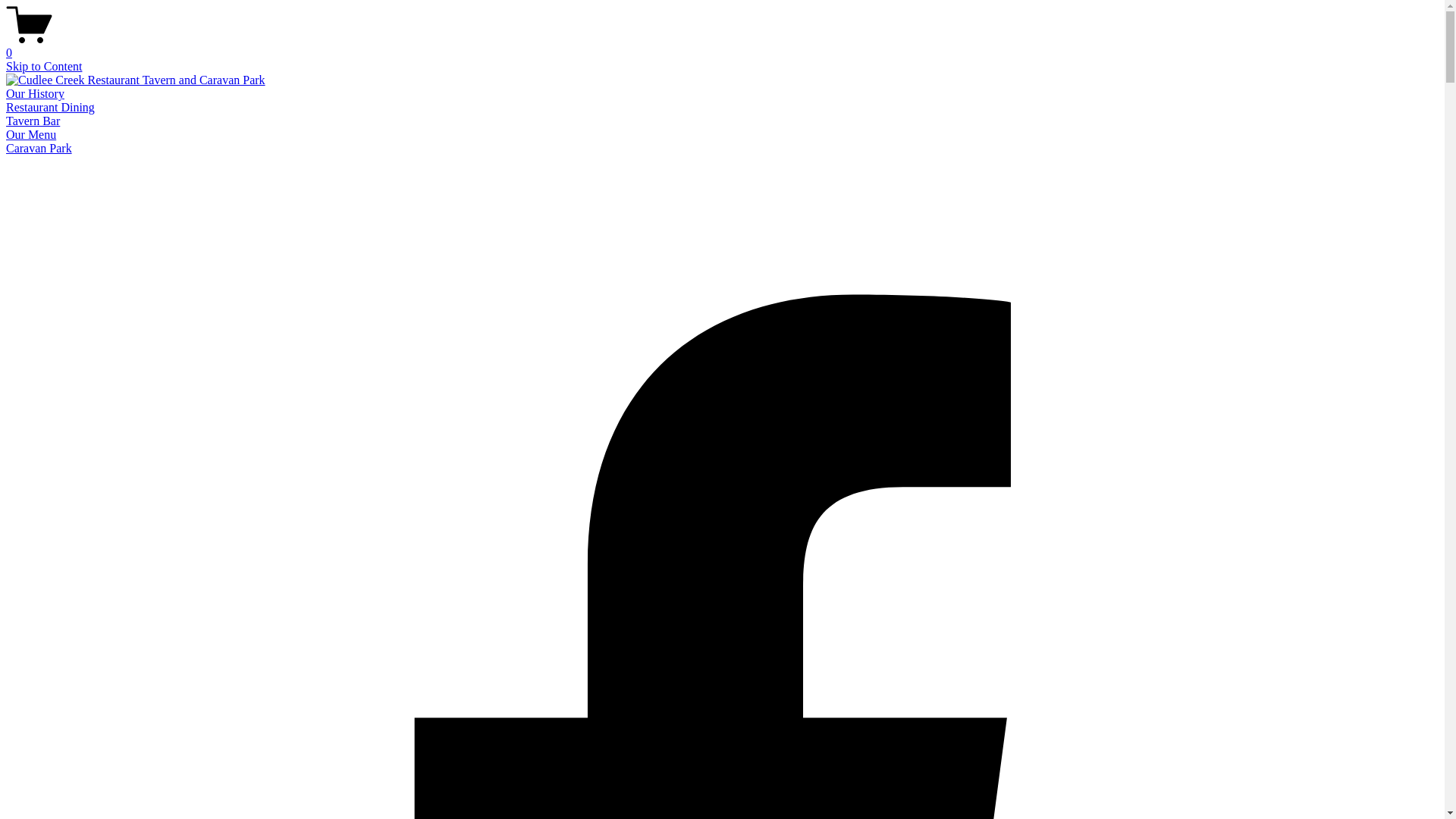 The image size is (1456, 819). I want to click on 'Skip to Content', so click(43, 65).